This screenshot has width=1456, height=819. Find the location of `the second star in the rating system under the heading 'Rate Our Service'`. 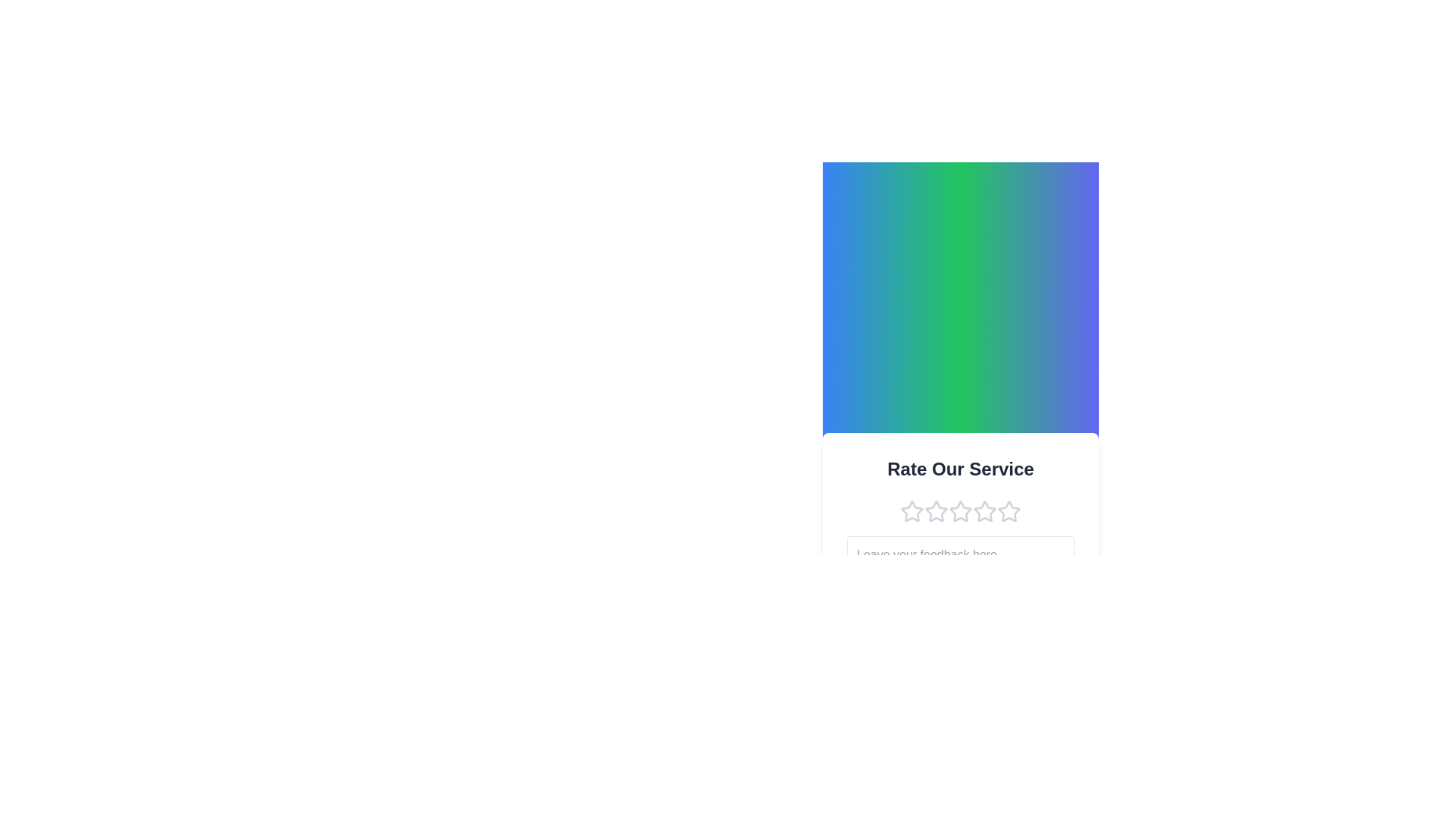

the second star in the rating system under the heading 'Rate Our Service' is located at coordinates (934, 510).